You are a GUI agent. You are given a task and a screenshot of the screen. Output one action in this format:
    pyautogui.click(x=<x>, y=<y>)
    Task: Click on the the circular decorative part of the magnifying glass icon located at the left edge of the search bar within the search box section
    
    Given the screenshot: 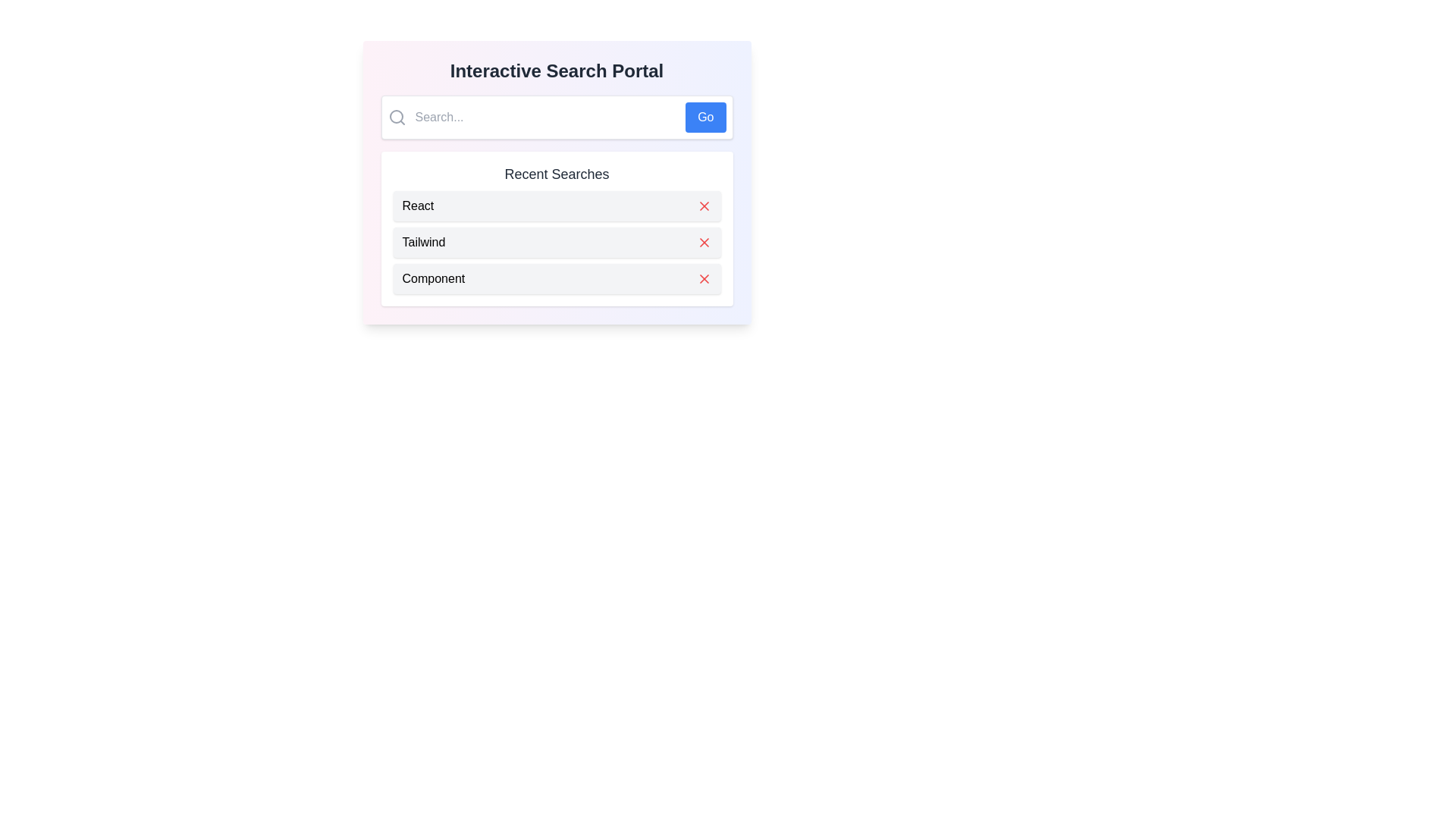 What is the action you would take?
    pyautogui.click(x=396, y=116)
    